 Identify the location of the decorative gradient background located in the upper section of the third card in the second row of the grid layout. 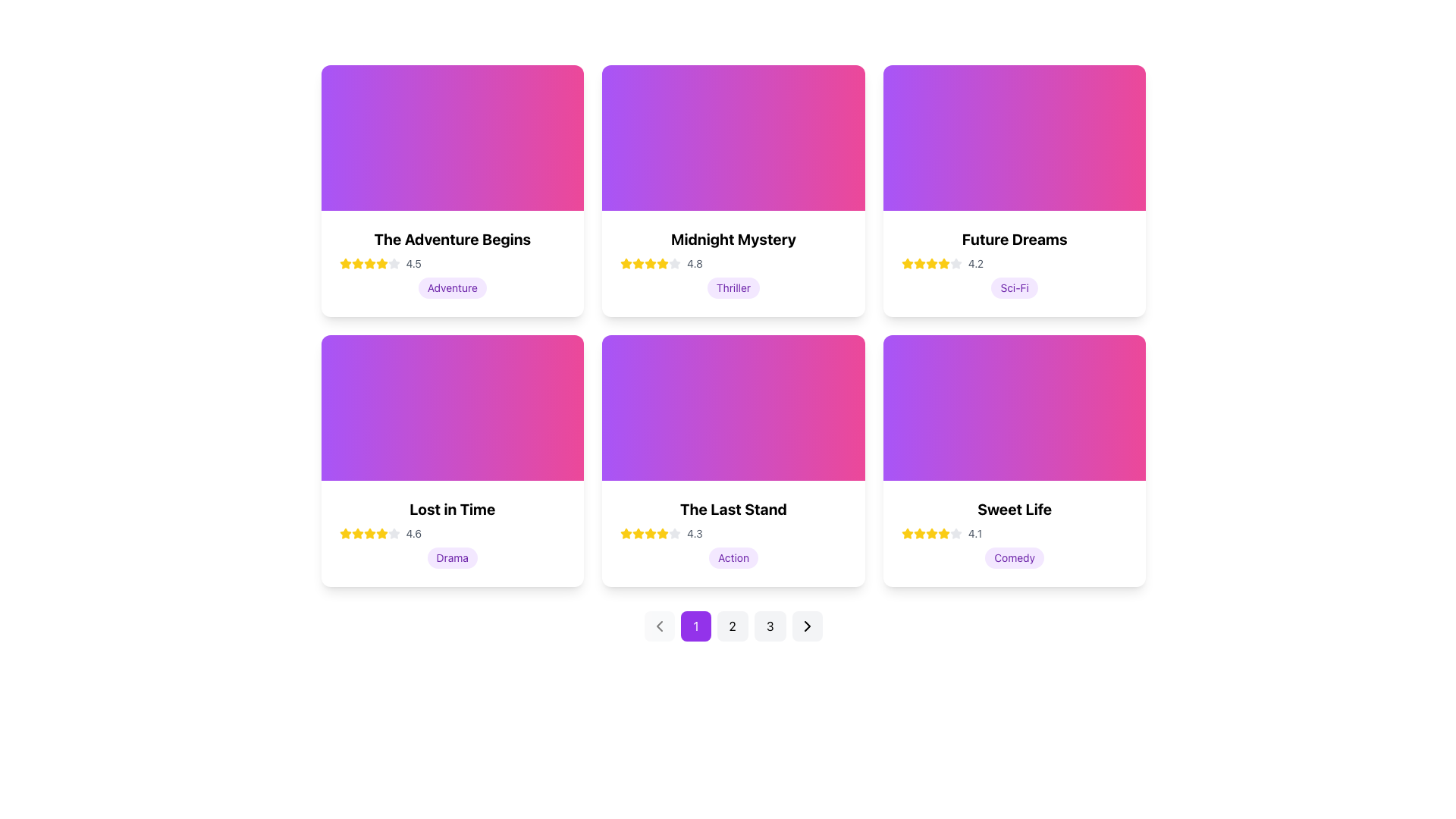
(733, 406).